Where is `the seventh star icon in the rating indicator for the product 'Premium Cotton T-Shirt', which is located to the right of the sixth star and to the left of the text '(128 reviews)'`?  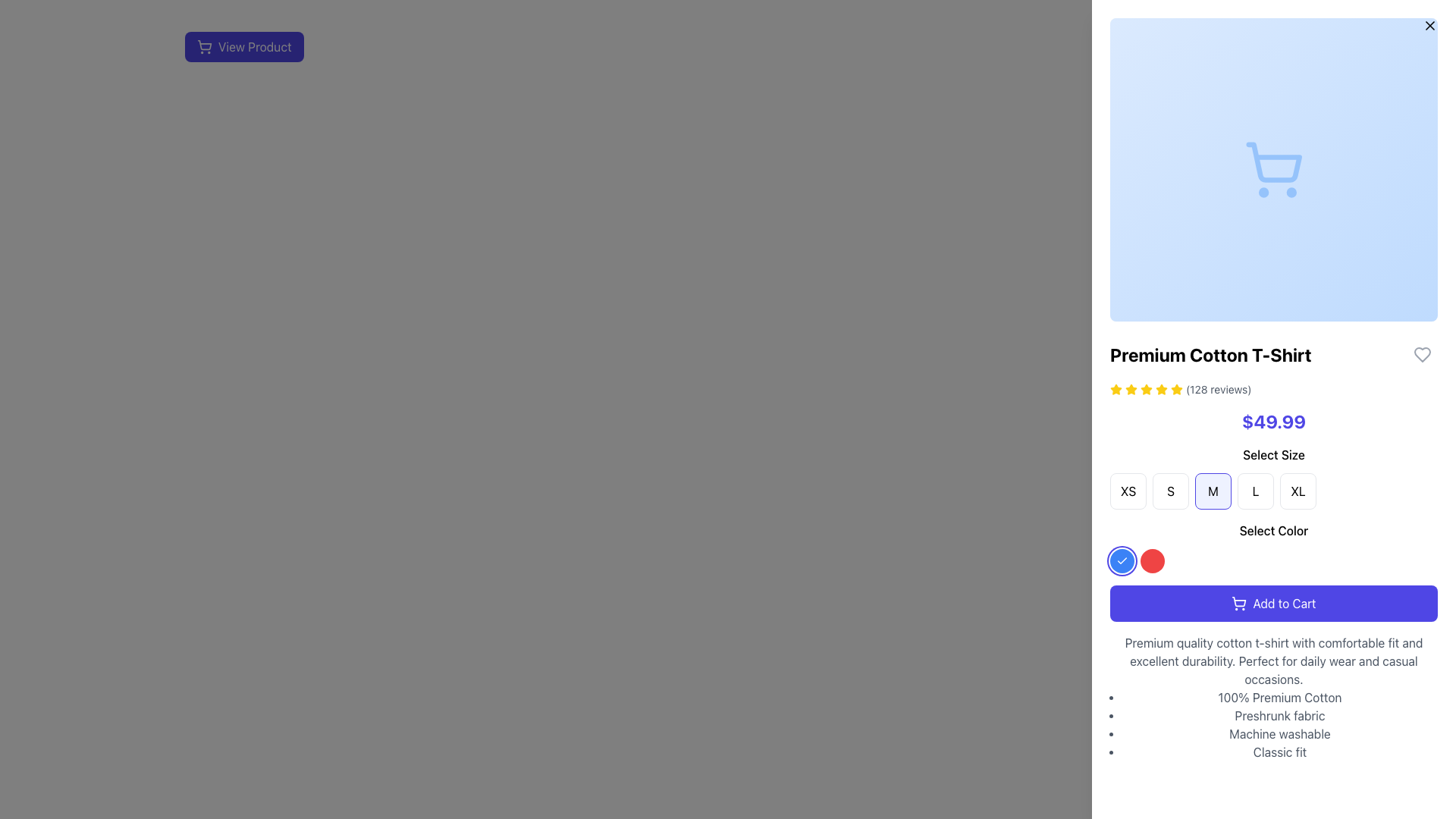 the seventh star icon in the rating indicator for the product 'Premium Cotton T-Shirt', which is located to the right of the sixth star and to the left of the text '(128 reviews)' is located at coordinates (1175, 388).